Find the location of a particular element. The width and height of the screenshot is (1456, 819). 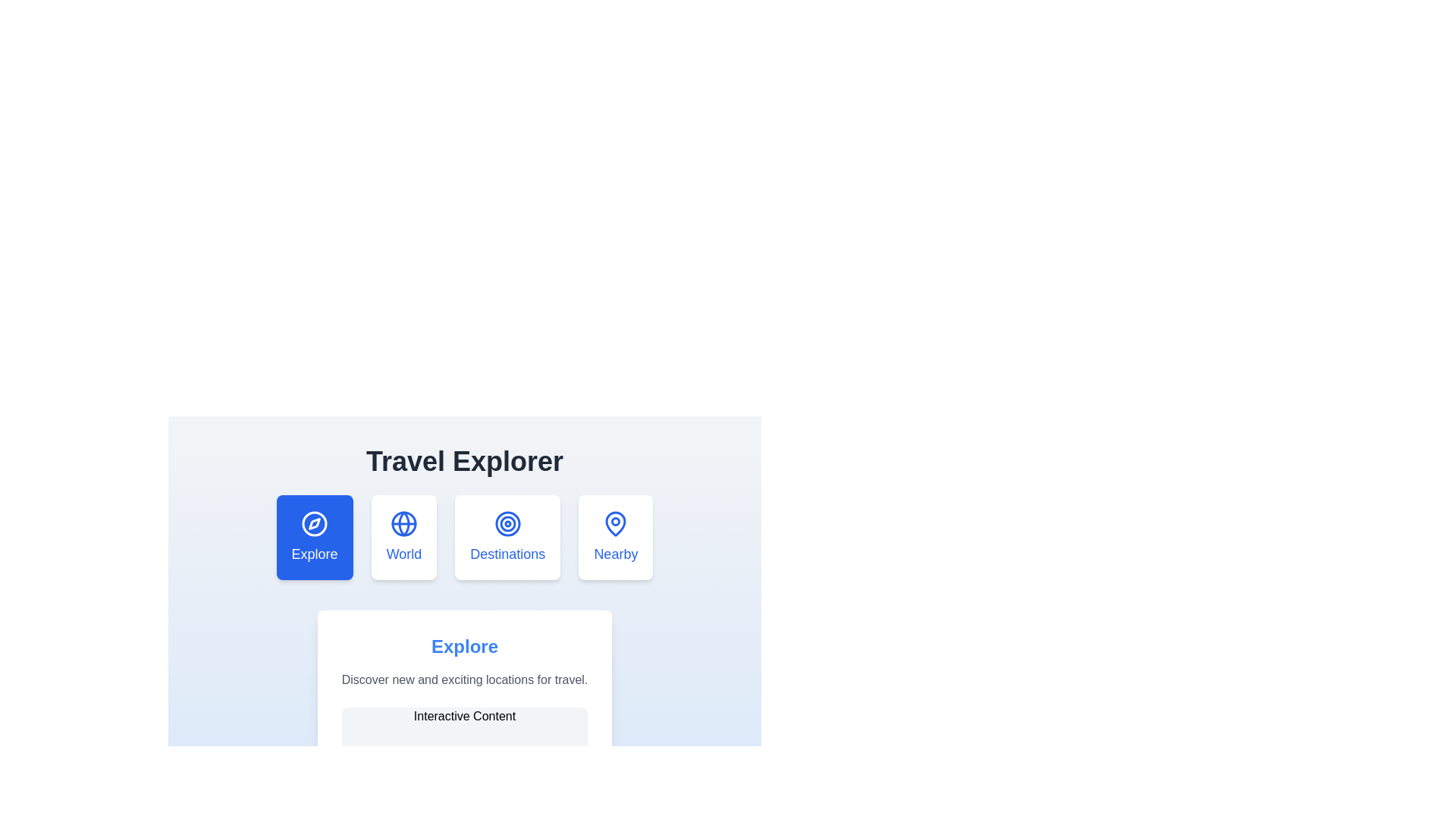

the tab labeled World to view its content is located at coordinates (403, 537).